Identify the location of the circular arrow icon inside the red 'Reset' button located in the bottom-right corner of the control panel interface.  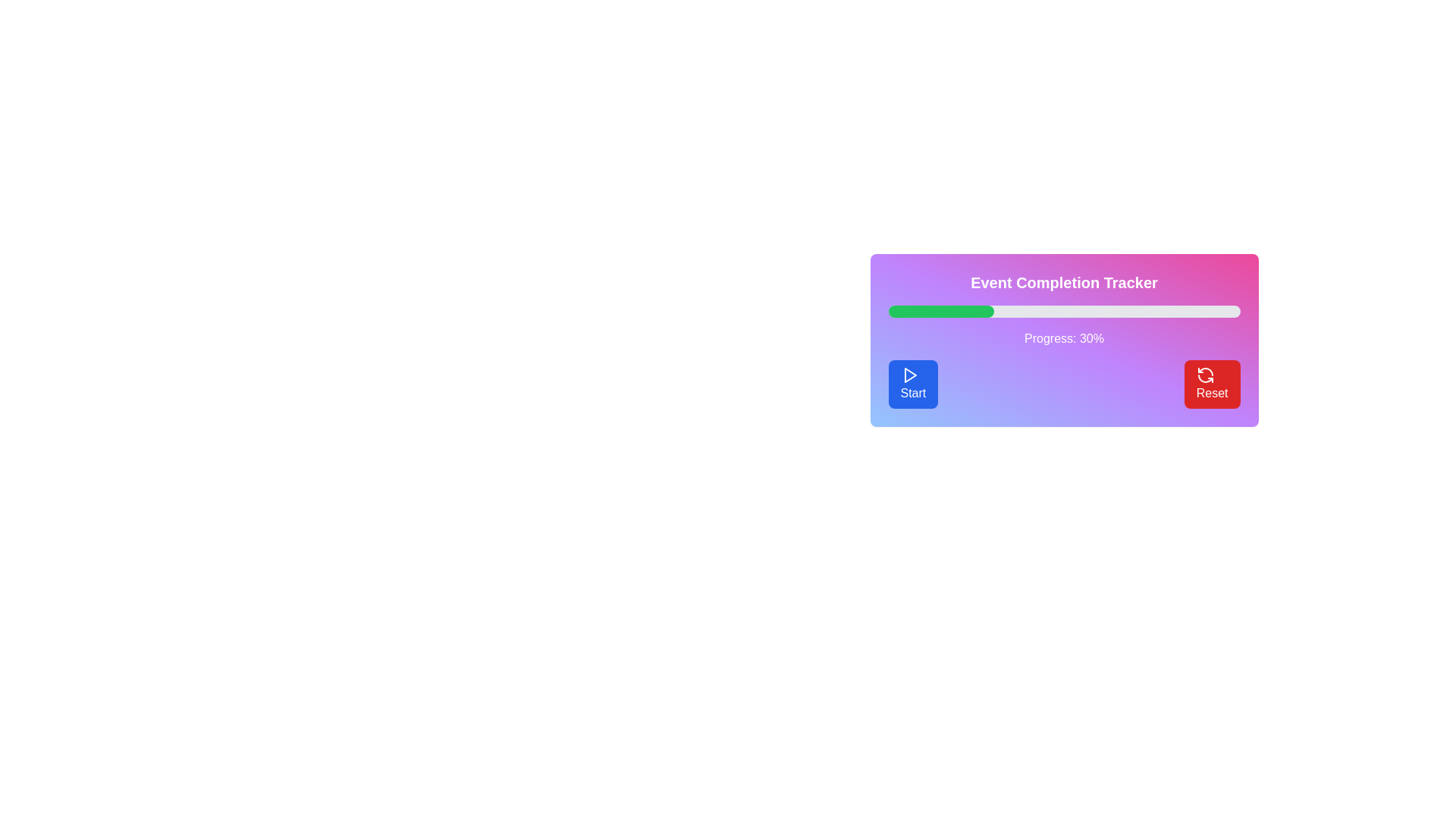
(1204, 375).